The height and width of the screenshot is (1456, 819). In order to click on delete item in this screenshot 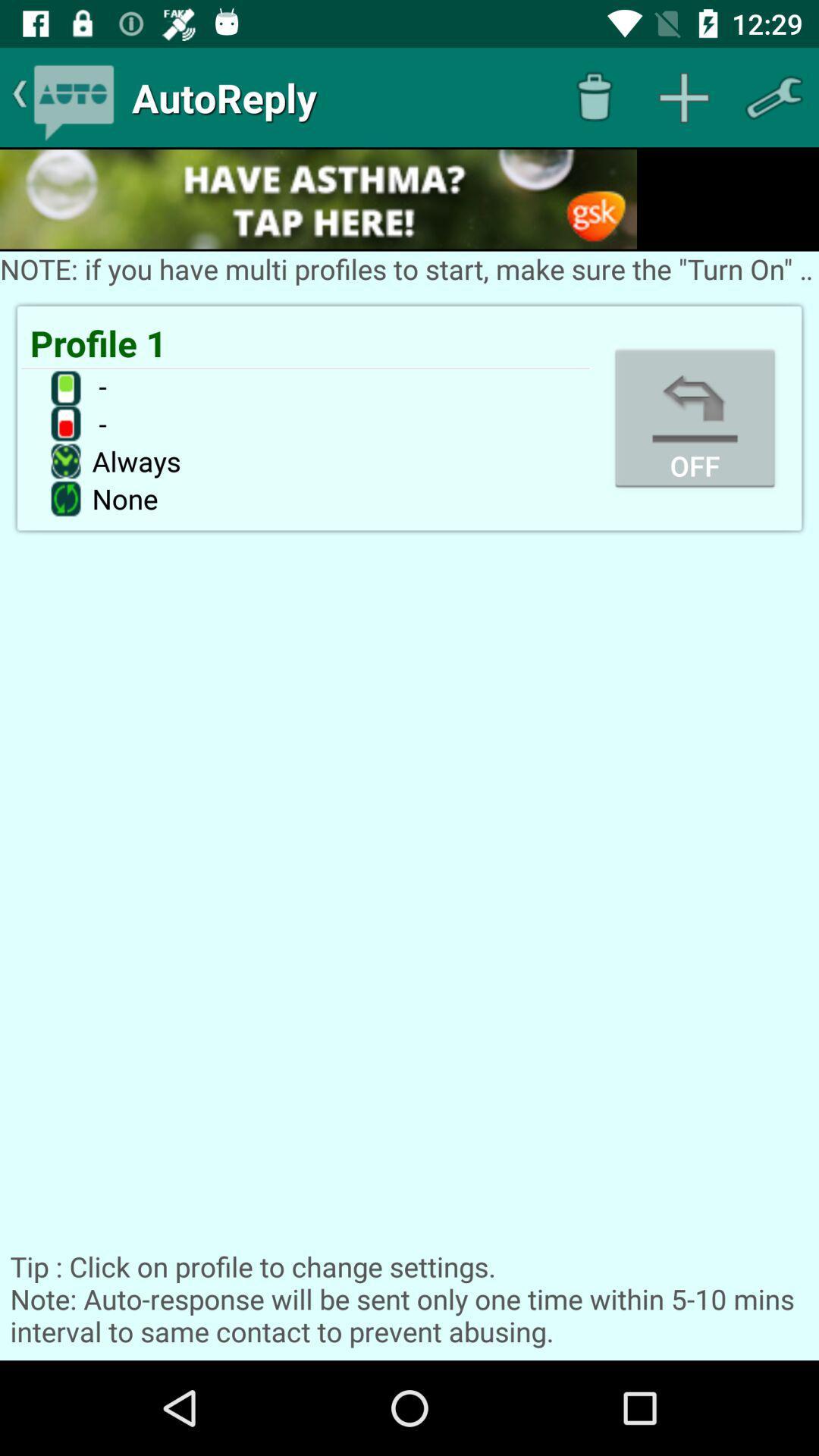, I will do `click(593, 96)`.